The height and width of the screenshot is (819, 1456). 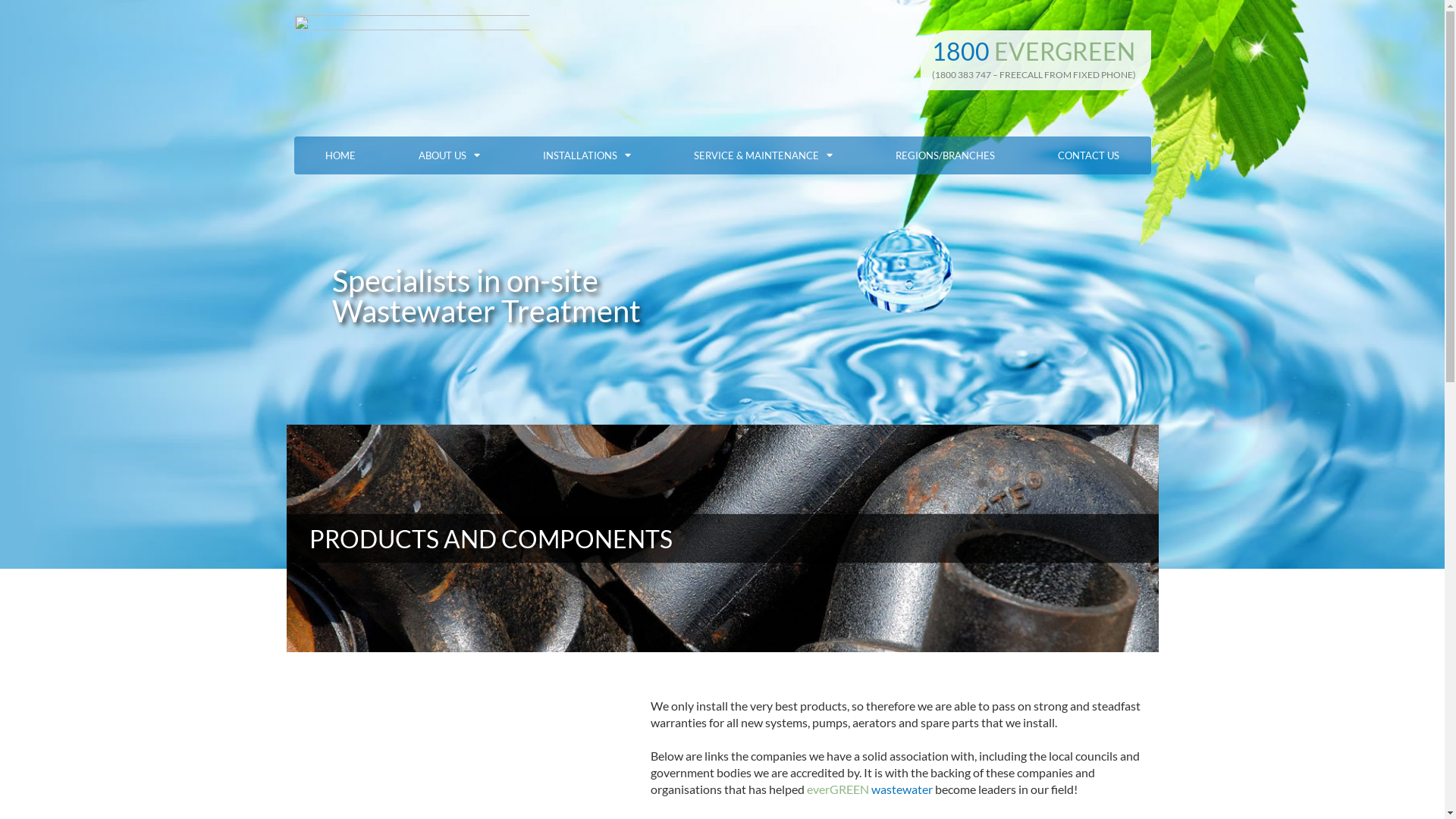 What do you see at coordinates (945, 155) in the screenshot?
I see `'REGIONS/BRANCHES'` at bounding box center [945, 155].